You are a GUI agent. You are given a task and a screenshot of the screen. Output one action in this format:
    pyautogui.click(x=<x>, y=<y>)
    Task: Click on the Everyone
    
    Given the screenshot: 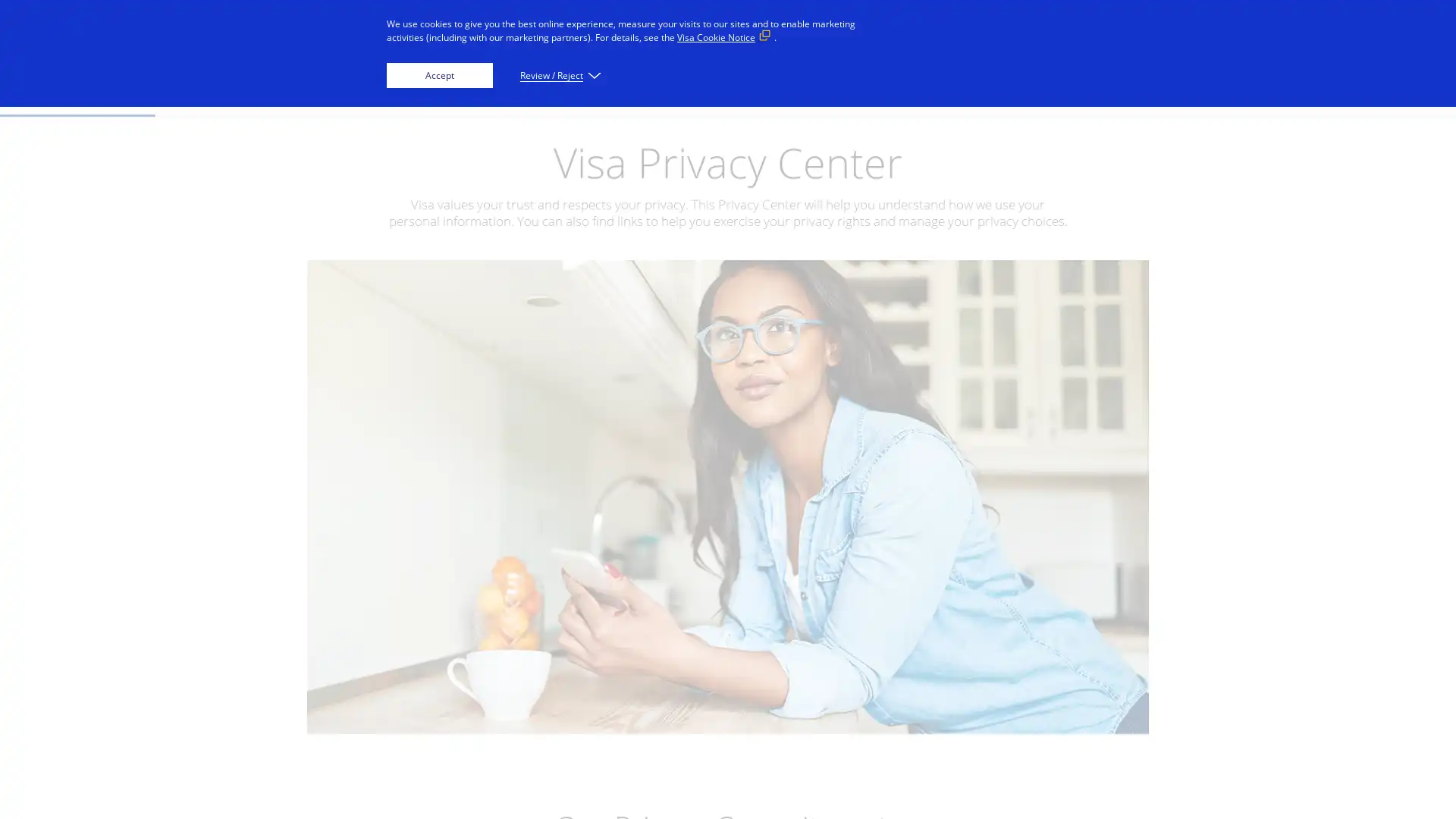 What is the action you would take?
    pyautogui.click(x=928, y=40)
    